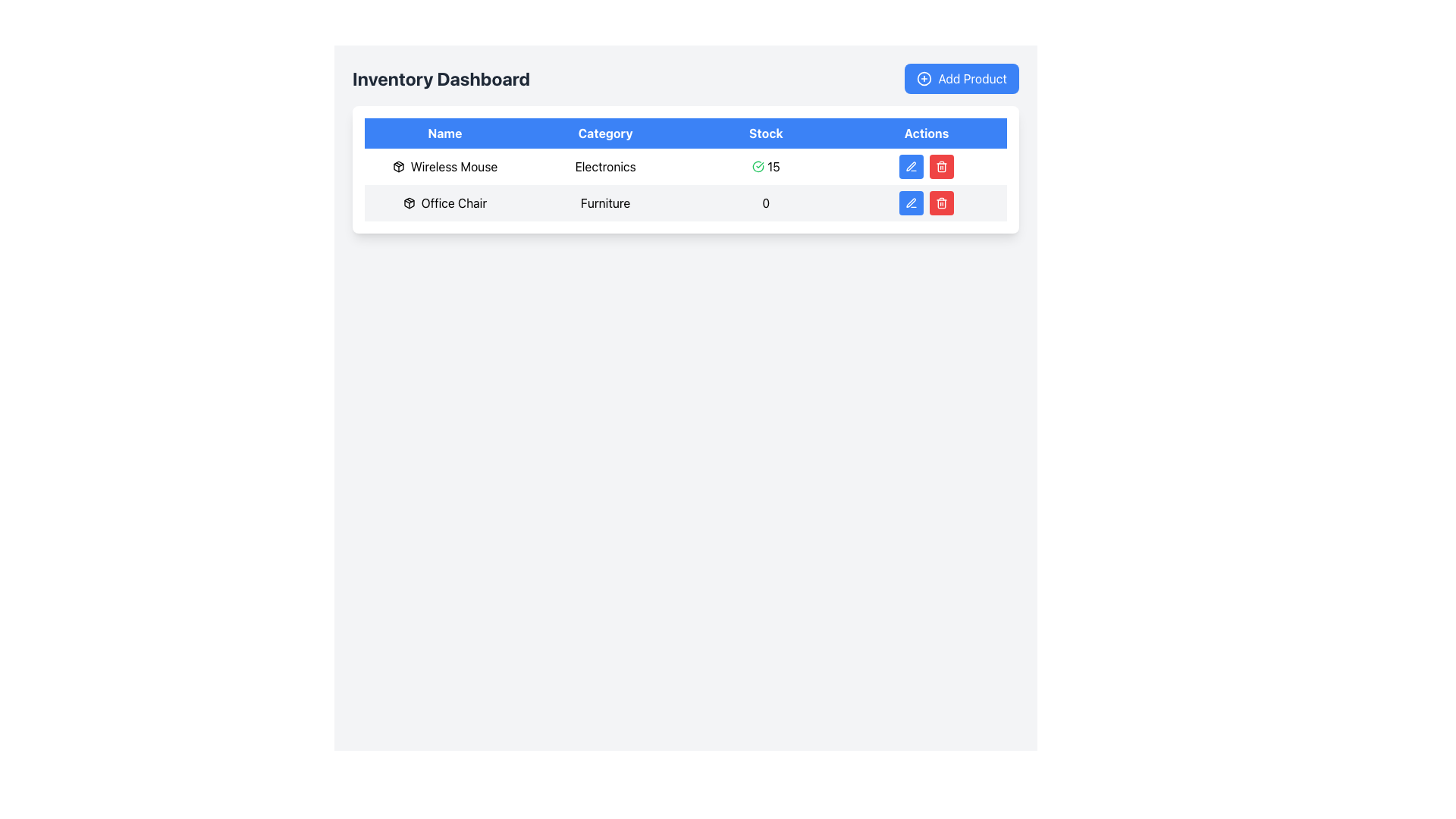 The image size is (1456, 819). What do you see at coordinates (911, 166) in the screenshot?
I see `the edit button located in the 'Actions' column of the first row of the table to observe the hover effect` at bounding box center [911, 166].